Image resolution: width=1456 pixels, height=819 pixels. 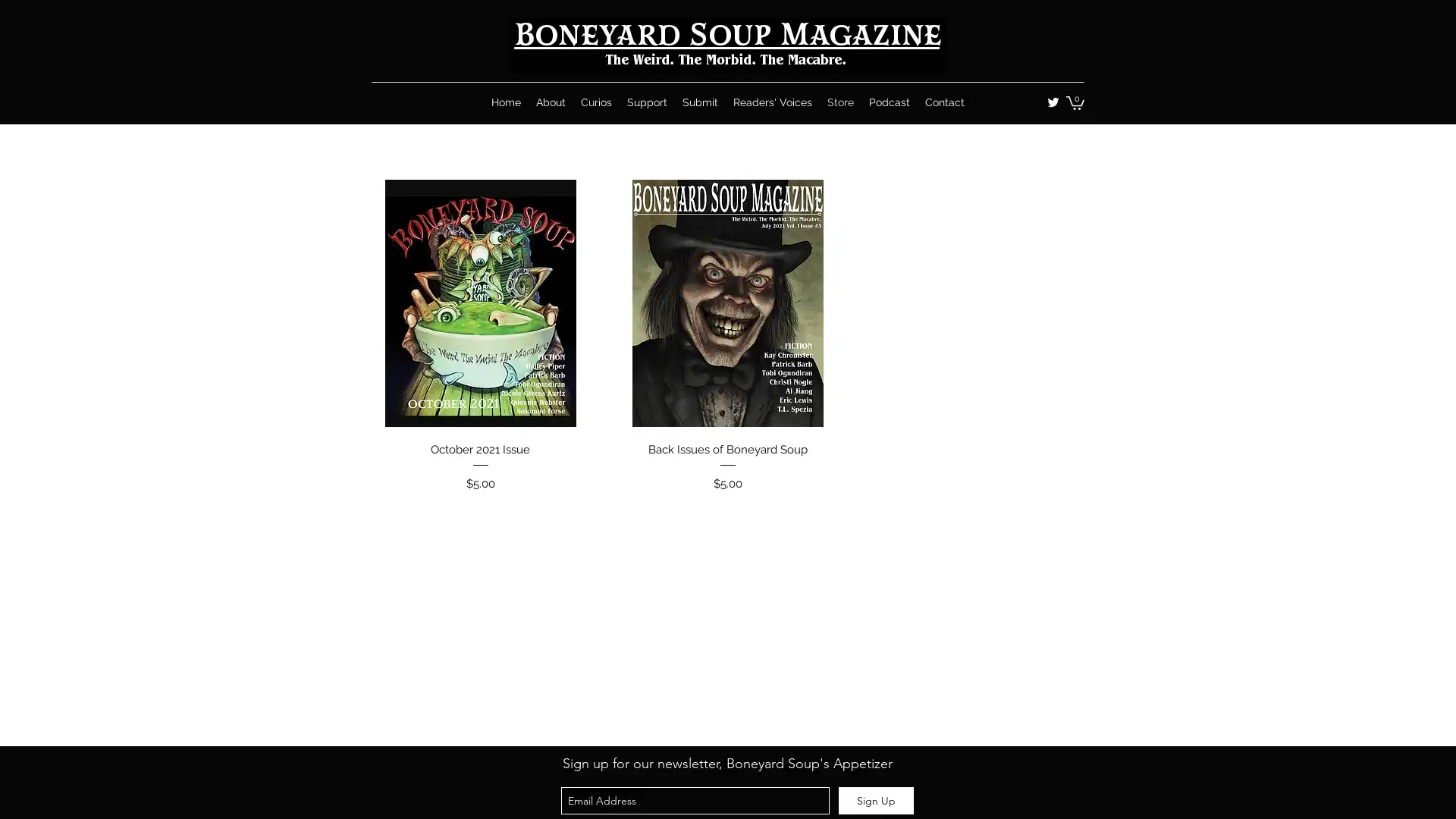 What do you see at coordinates (876, 800) in the screenshot?
I see `Sign Up` at bounding box center [876, 800].